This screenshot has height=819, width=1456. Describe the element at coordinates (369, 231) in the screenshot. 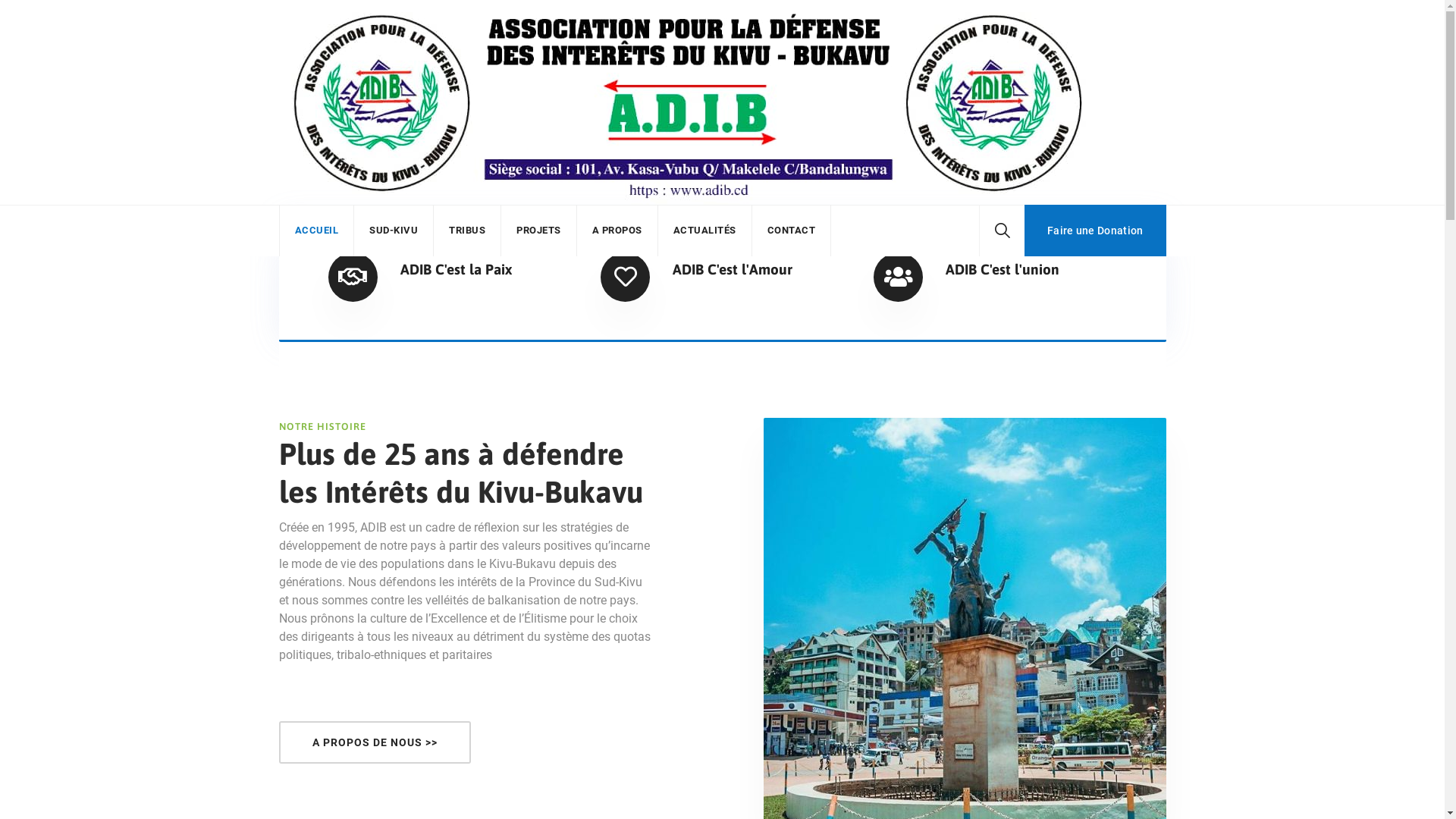

I see `'SUD-KIVU'` at that location.